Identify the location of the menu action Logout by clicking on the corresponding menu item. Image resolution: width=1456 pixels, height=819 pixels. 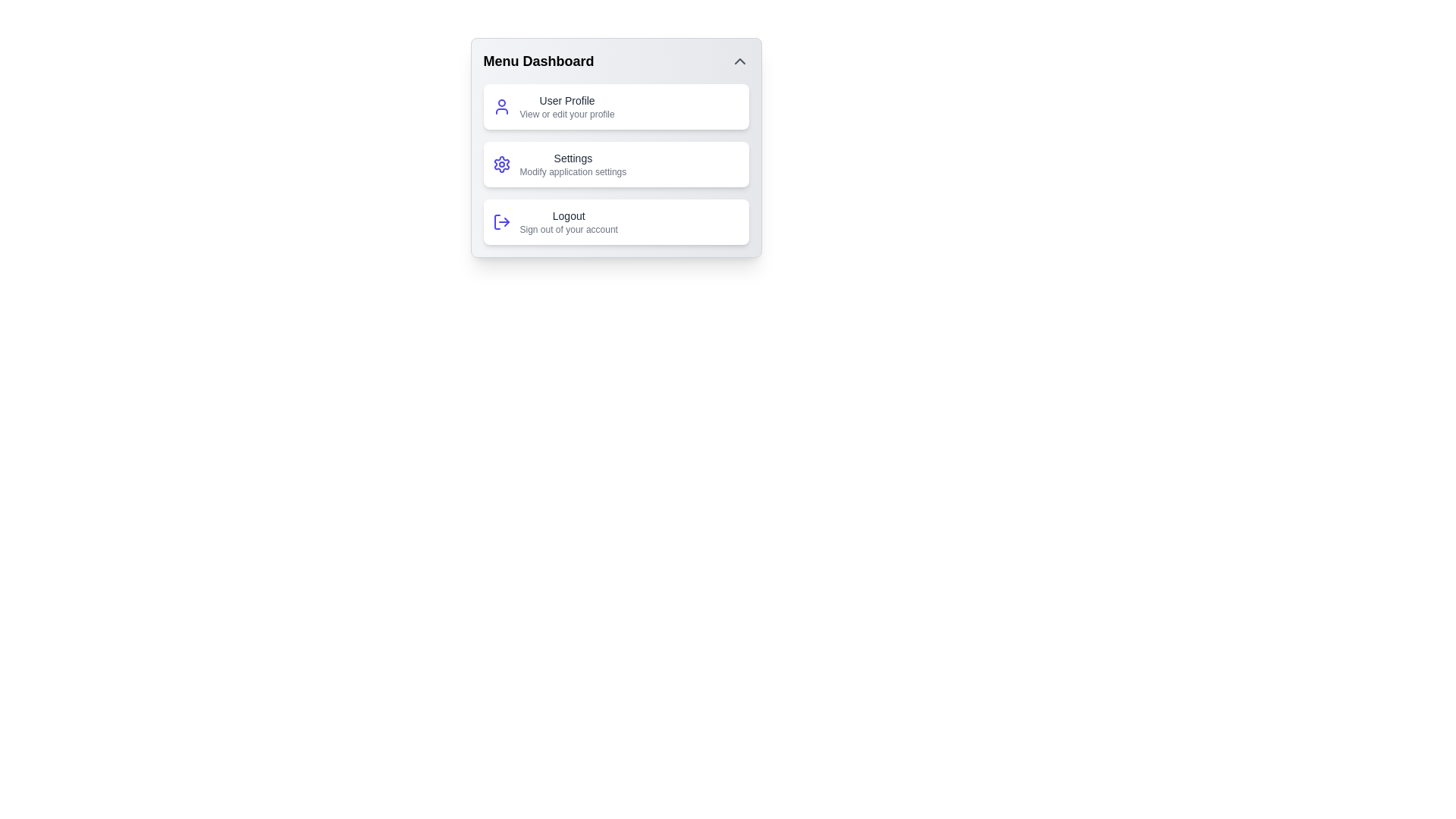
(616, 222).